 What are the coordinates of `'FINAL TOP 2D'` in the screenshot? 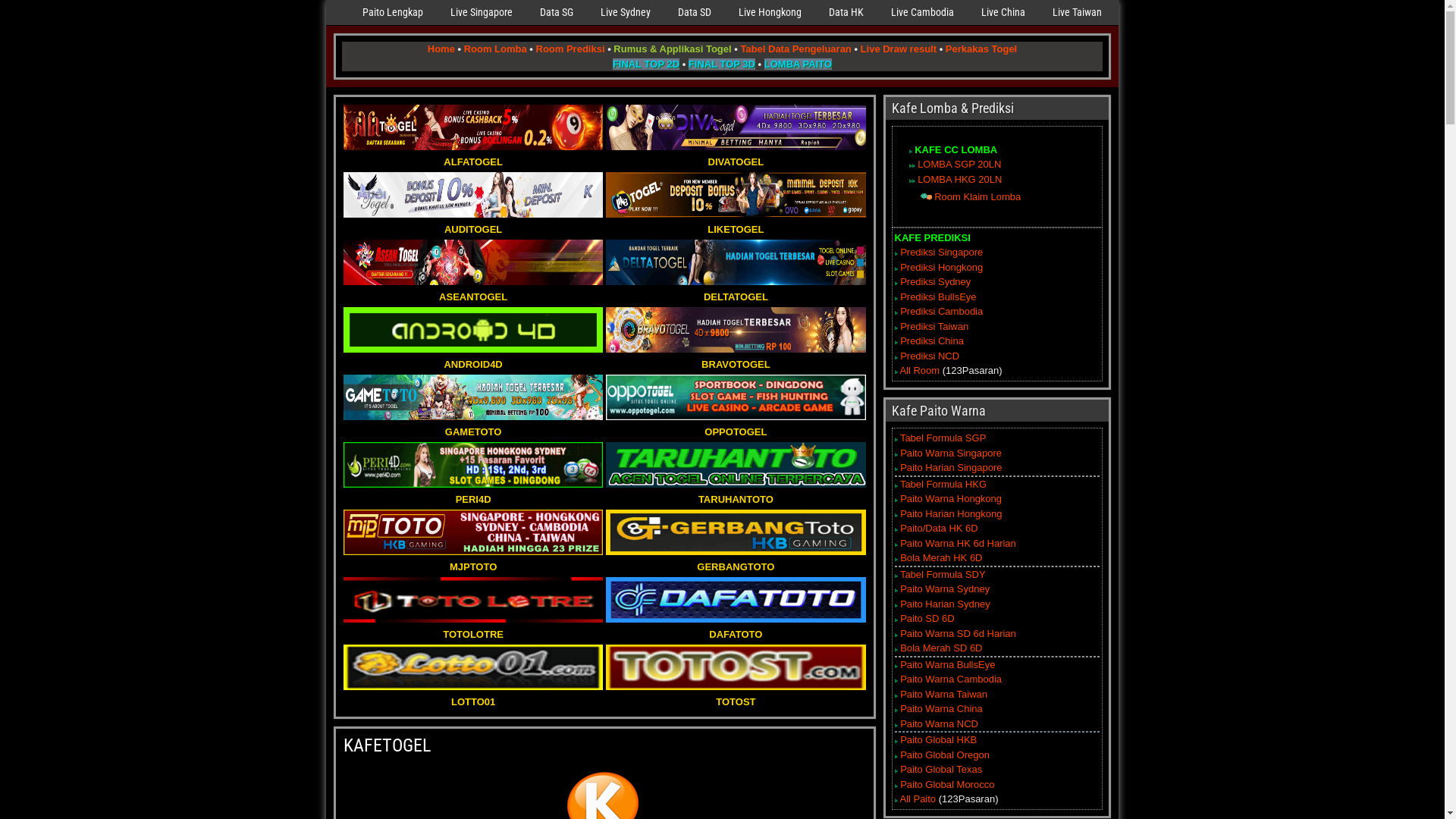 It's located at (645, 62).